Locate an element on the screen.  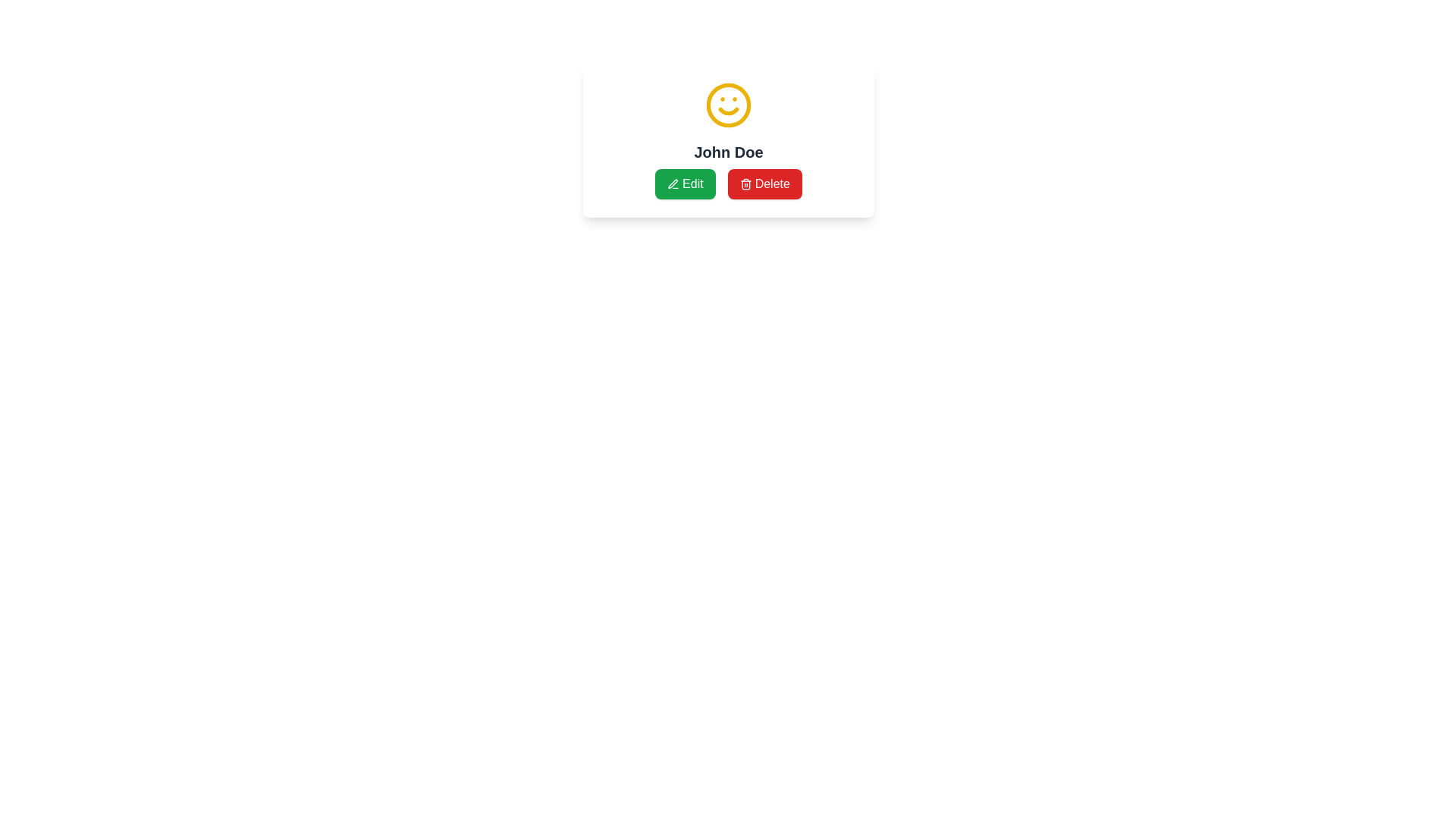
the pen-shaped icon inside the green 'Edit' button, located to the left of the red 'Delete' button is located at coordinates (672, 183).